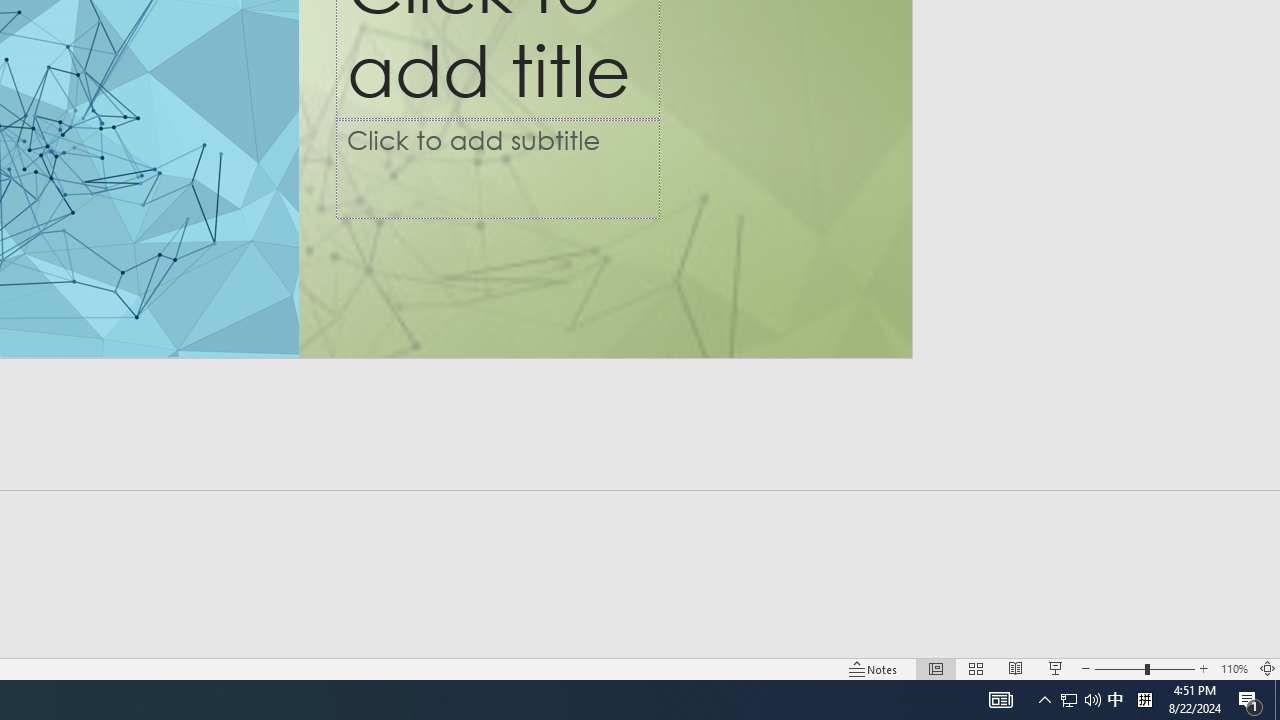  What do you see at coordinates (1203, 669) in the screenshot?
I see `'Zoom In'` at bounding box center [1203, 669].